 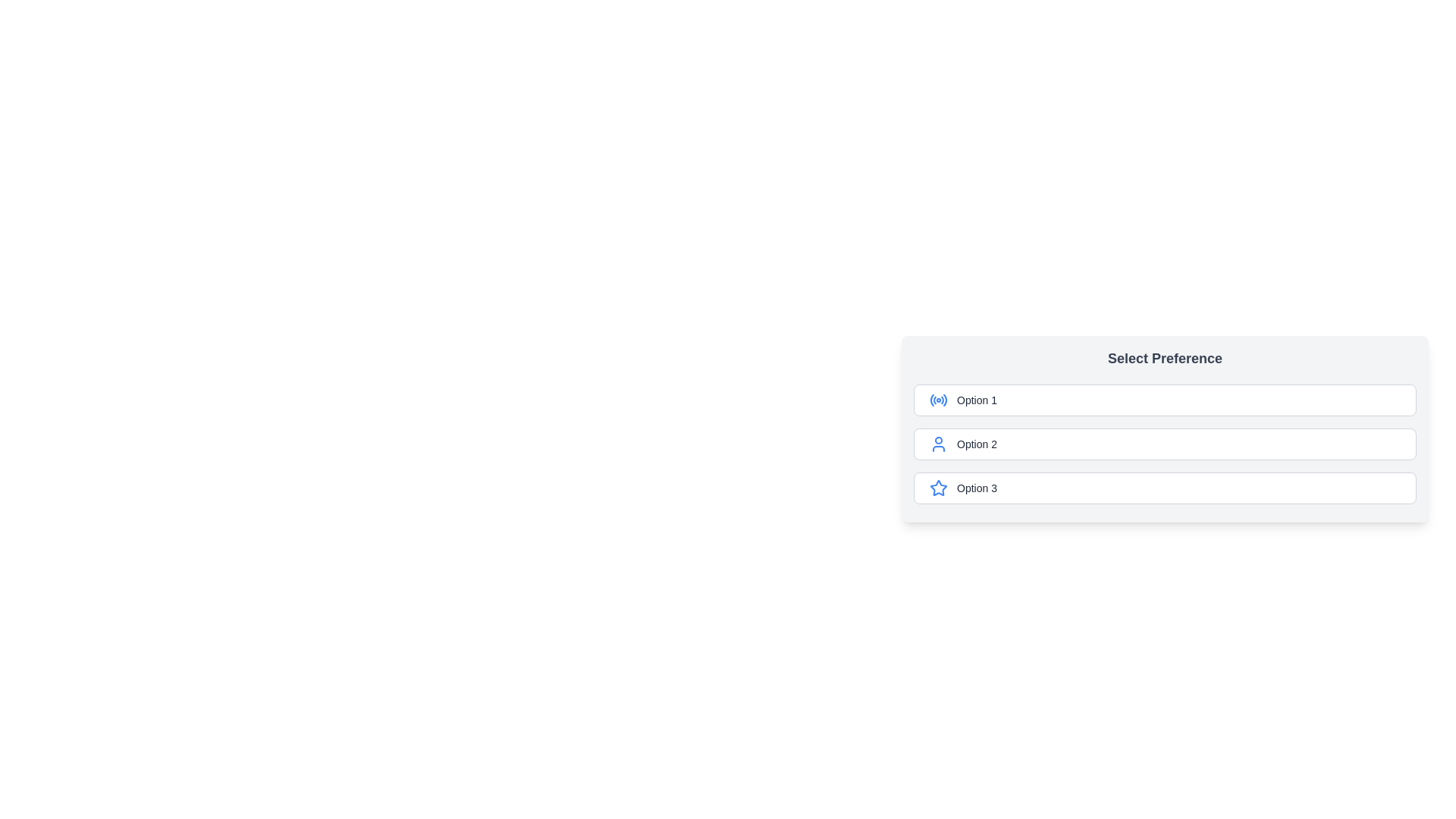 I want to click on the blue star-shaped icon located to the left of the text label 'Option 3' in the third row of the options list, so click(x=938, y=488).